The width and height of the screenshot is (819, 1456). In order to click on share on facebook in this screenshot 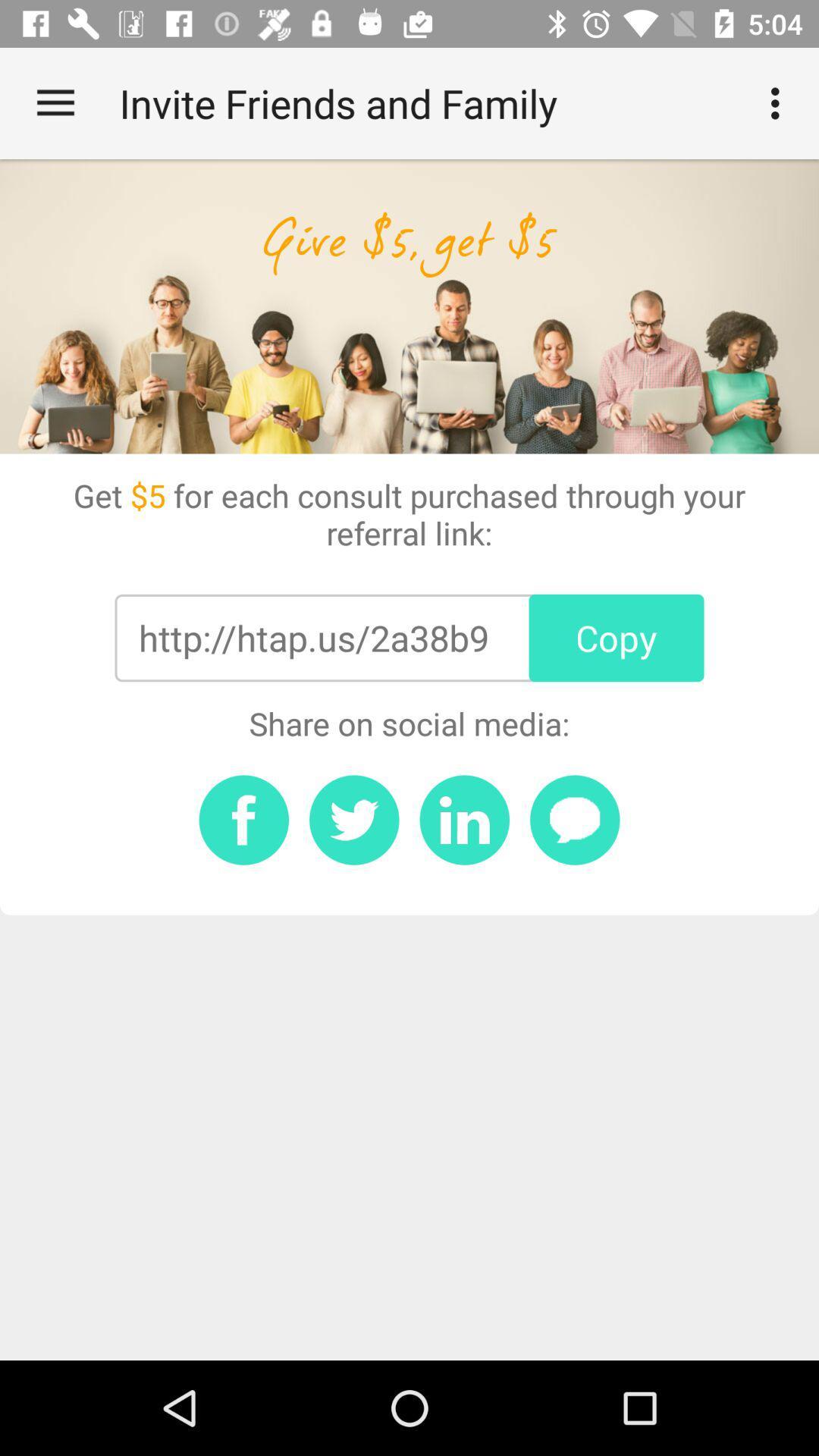, I will do `click(243, 819)`.